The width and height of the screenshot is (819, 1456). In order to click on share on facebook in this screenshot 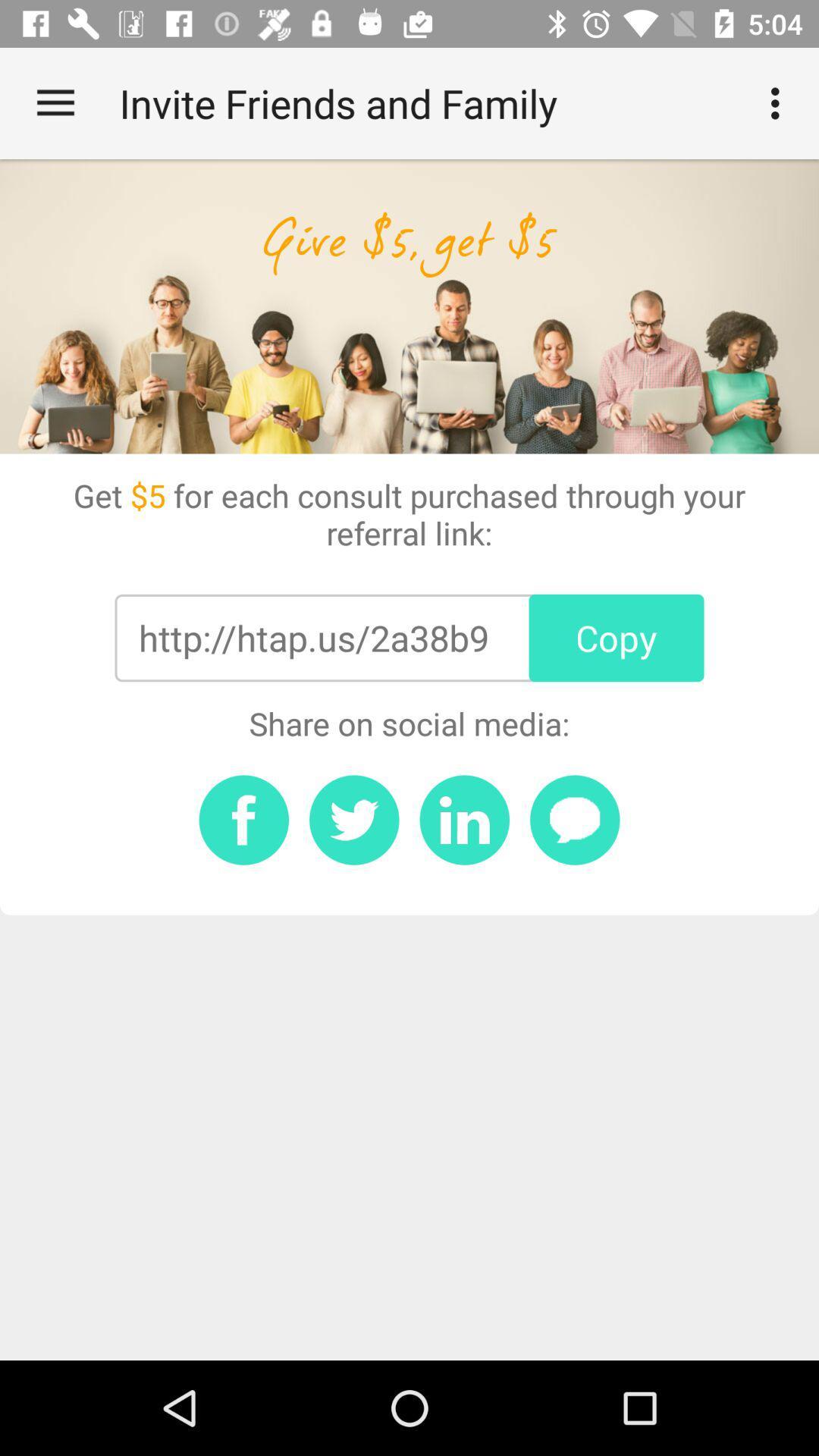, I will do `click(243, 819)`.